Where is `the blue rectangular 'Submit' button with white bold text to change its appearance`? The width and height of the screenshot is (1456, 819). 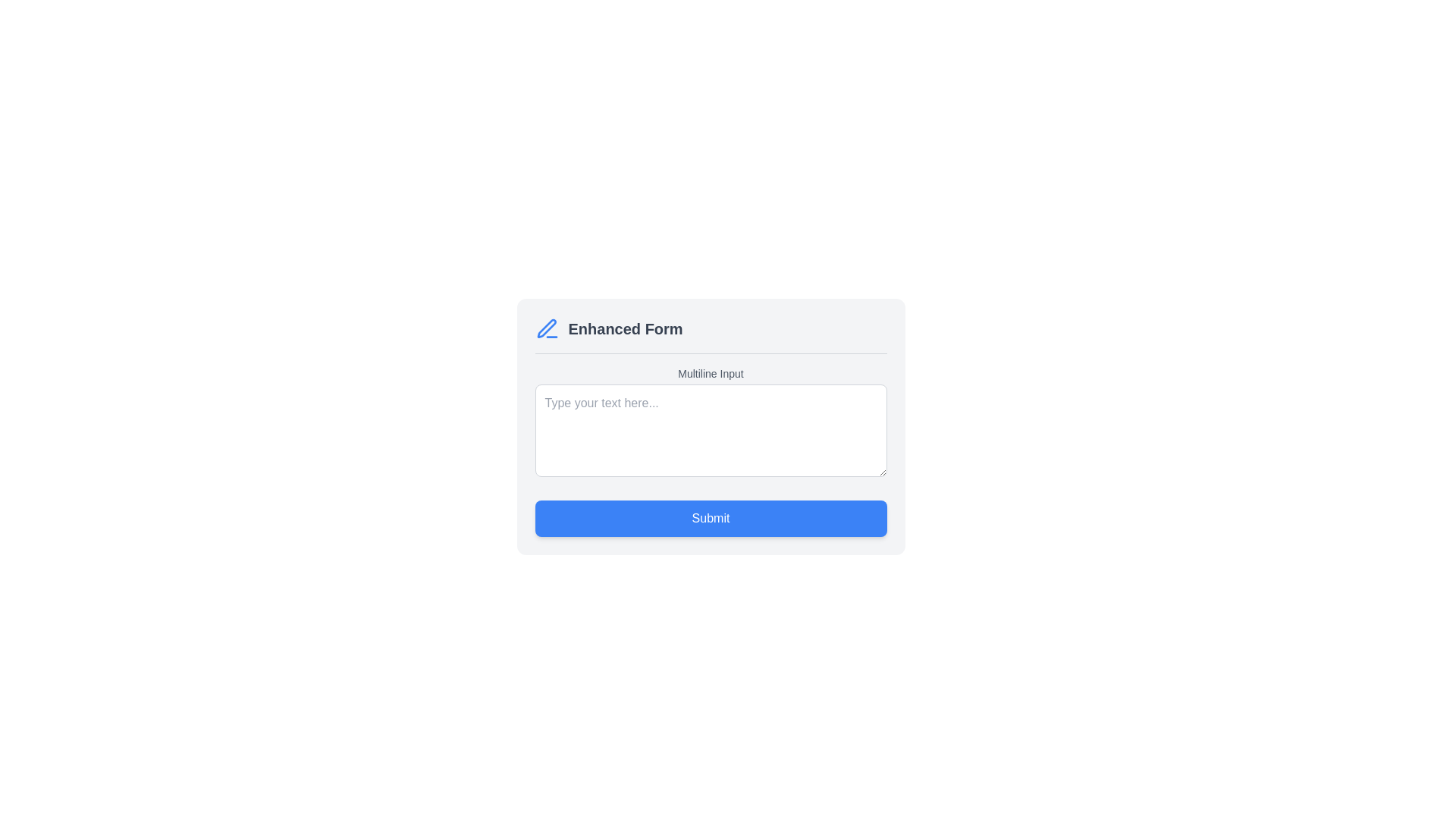 the blue rectangular 'Submit' button with white bold text to change its appearance is located at coordinates (710, 517).